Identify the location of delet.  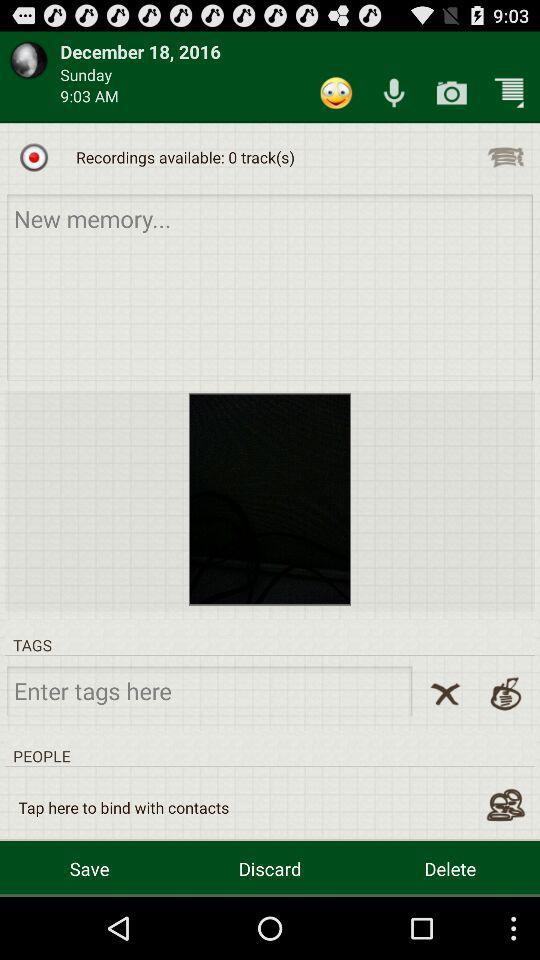
(445, 694).